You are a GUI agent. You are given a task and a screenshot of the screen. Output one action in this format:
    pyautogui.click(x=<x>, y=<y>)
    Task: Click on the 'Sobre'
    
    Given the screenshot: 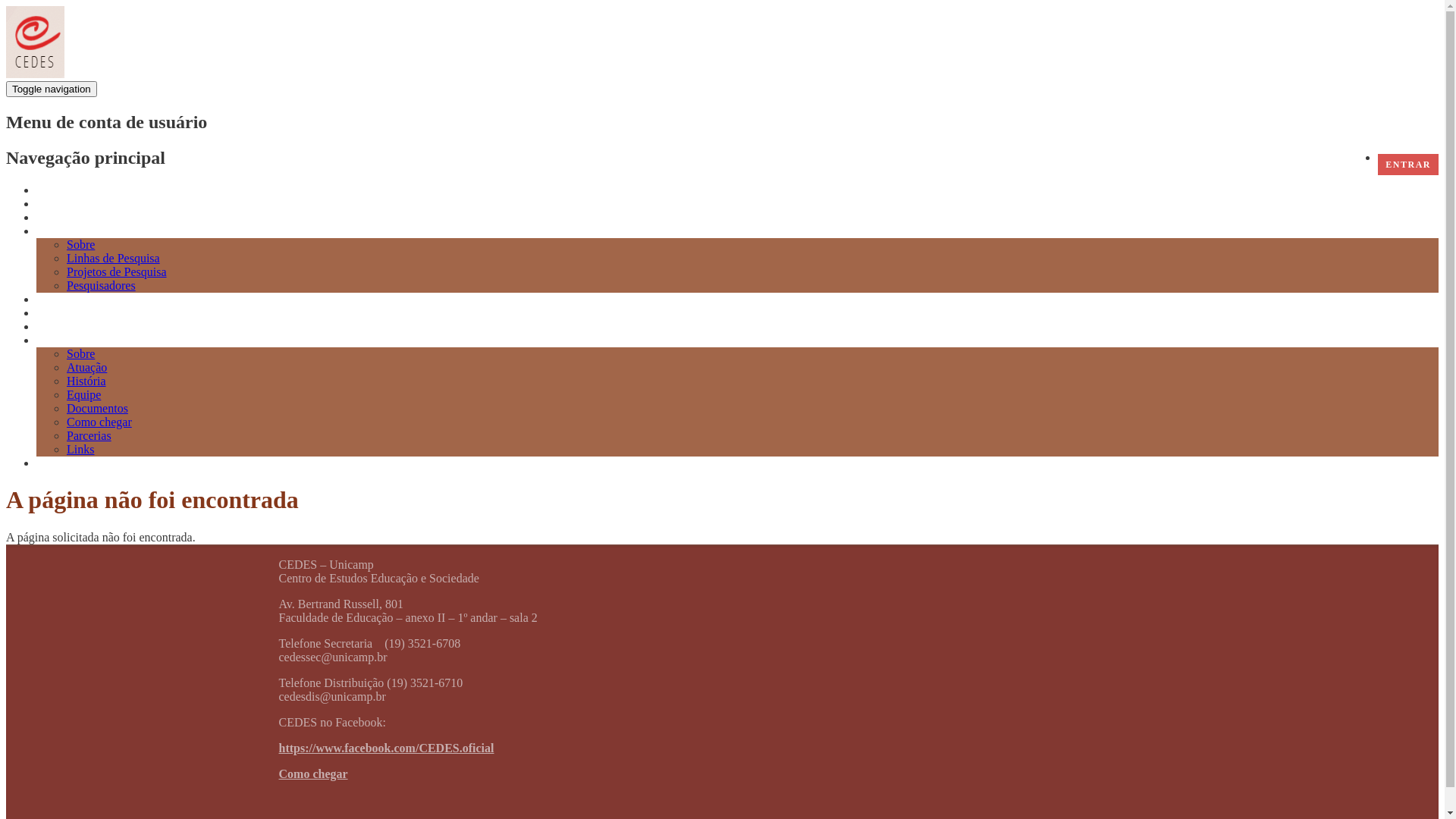 What is the action you would take?
    pyautogui.click(x=80, y=243)
    